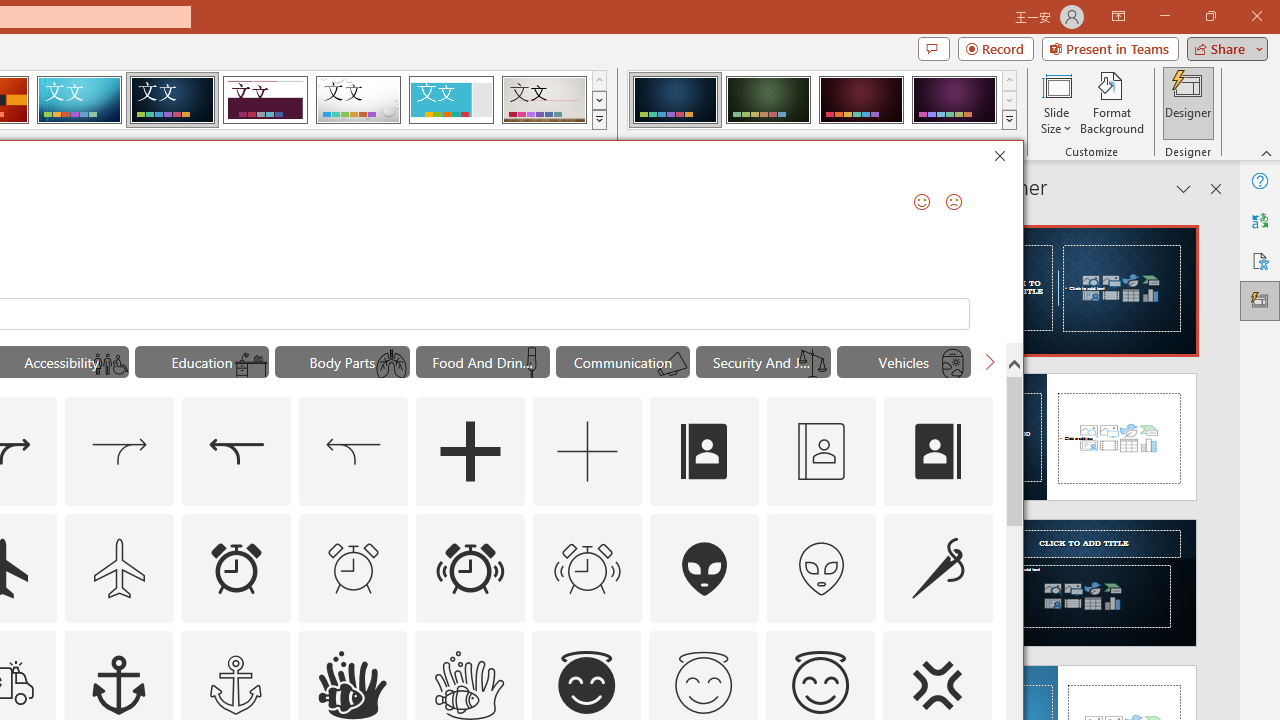  I want to click on 'Droplet', so click(358, 100).